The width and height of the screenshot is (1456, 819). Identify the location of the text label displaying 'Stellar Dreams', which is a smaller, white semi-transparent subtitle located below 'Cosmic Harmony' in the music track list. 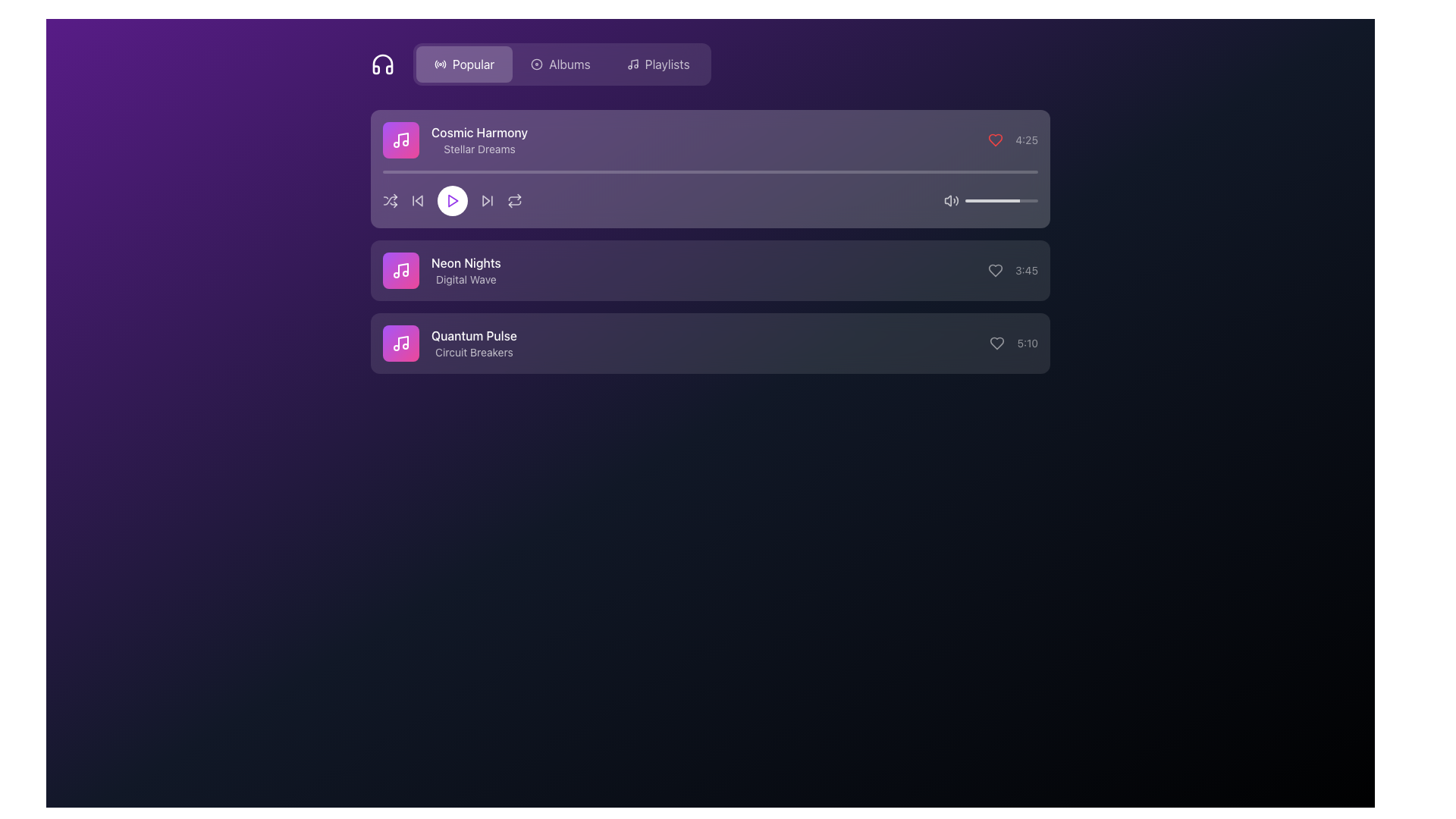
(479, 149).